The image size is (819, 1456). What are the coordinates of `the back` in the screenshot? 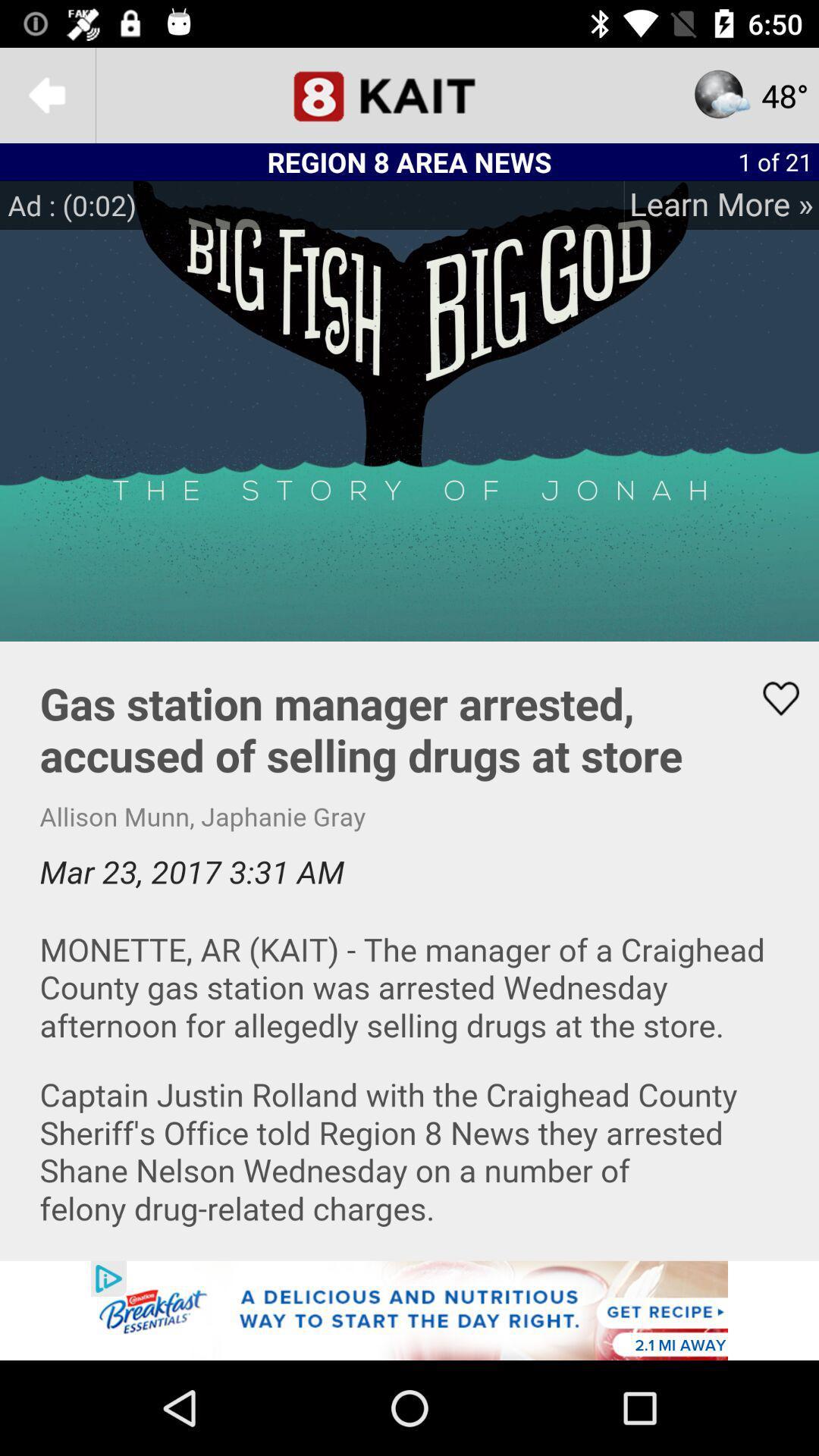 It's located at (46, 94).